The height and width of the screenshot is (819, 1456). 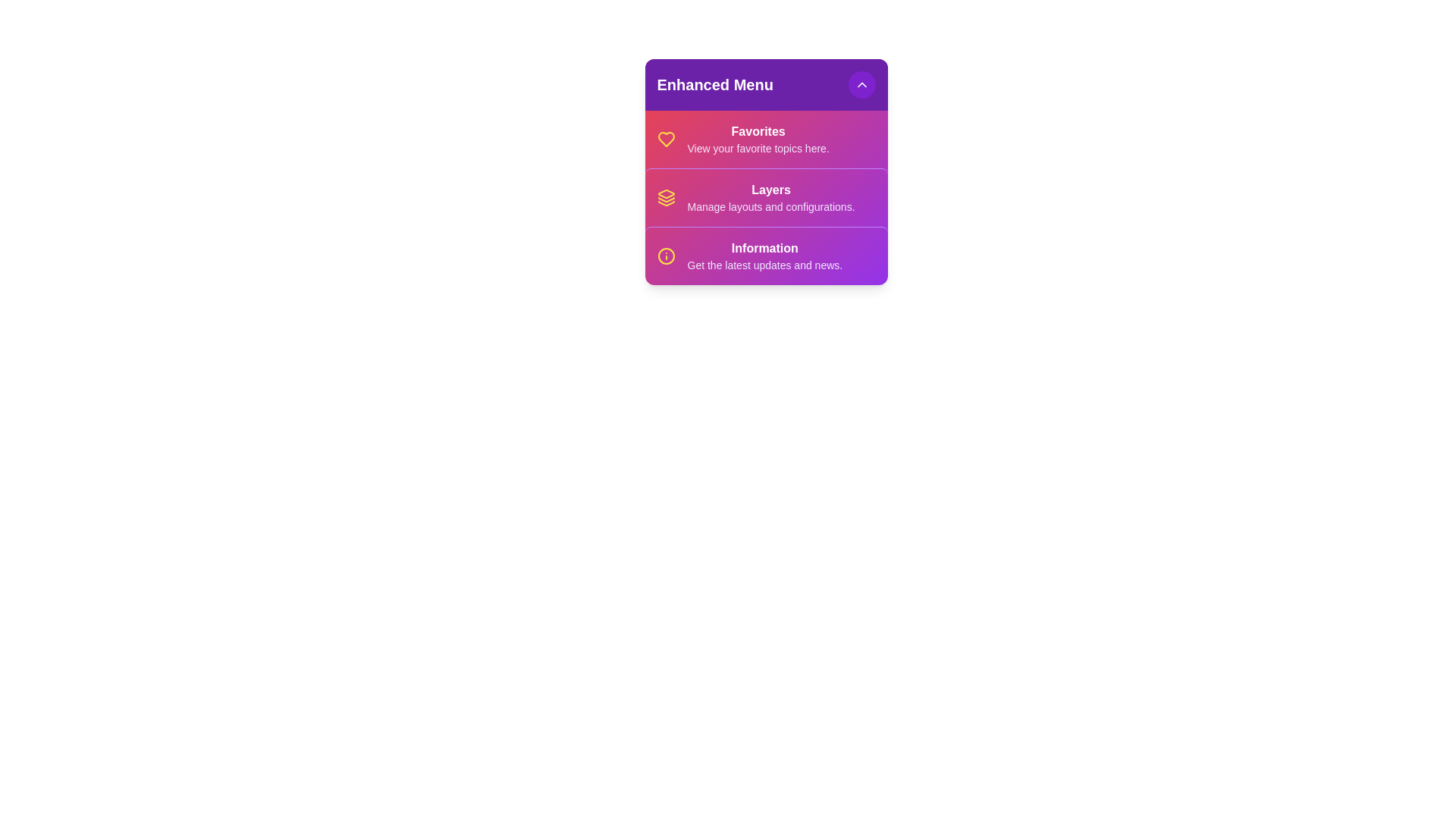 I want to click on the menu item Information to view its hover effect, so click(x=766, y=255).